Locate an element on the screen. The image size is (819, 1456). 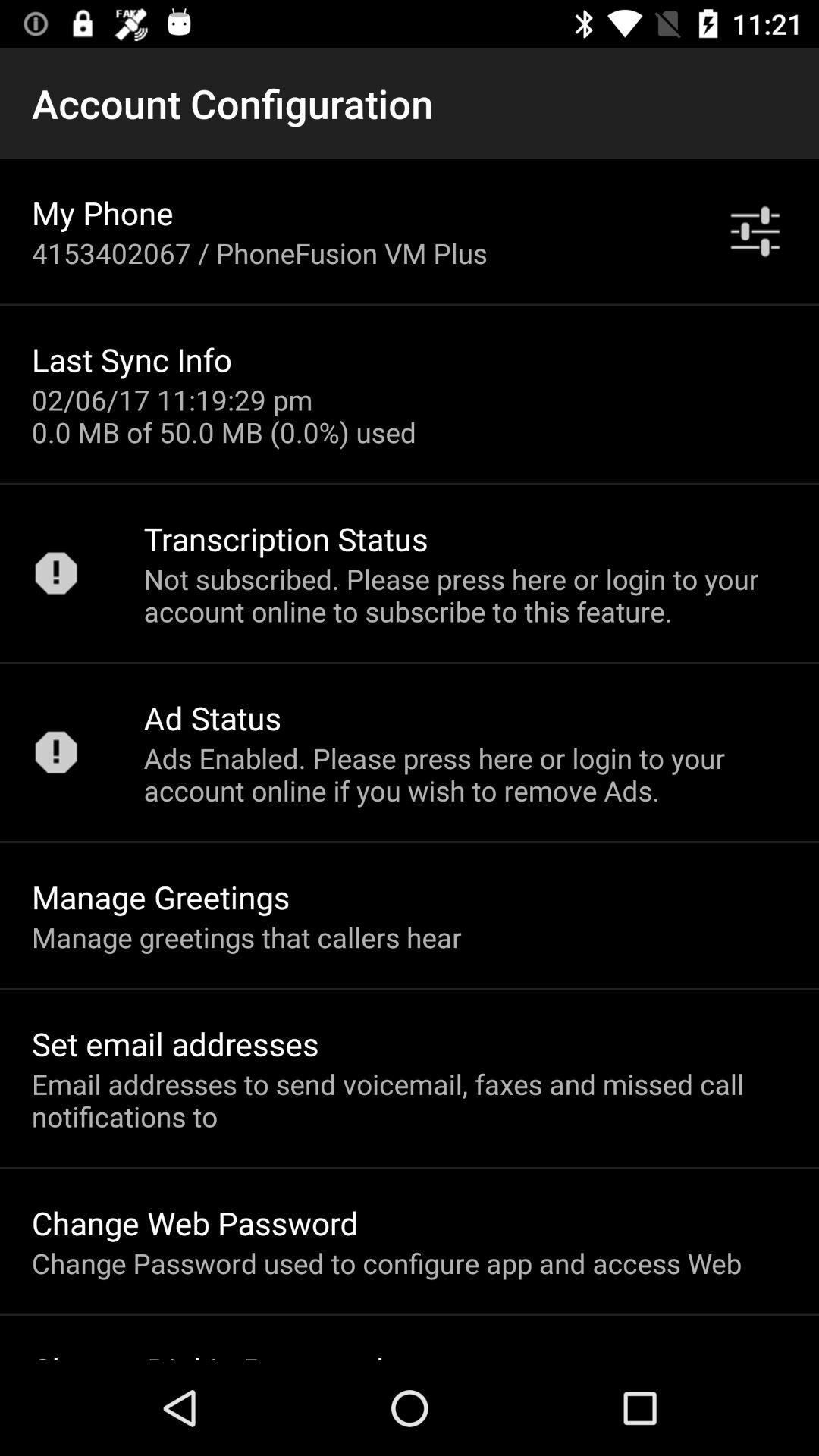
my phone item is located at coordinates (102, 212).